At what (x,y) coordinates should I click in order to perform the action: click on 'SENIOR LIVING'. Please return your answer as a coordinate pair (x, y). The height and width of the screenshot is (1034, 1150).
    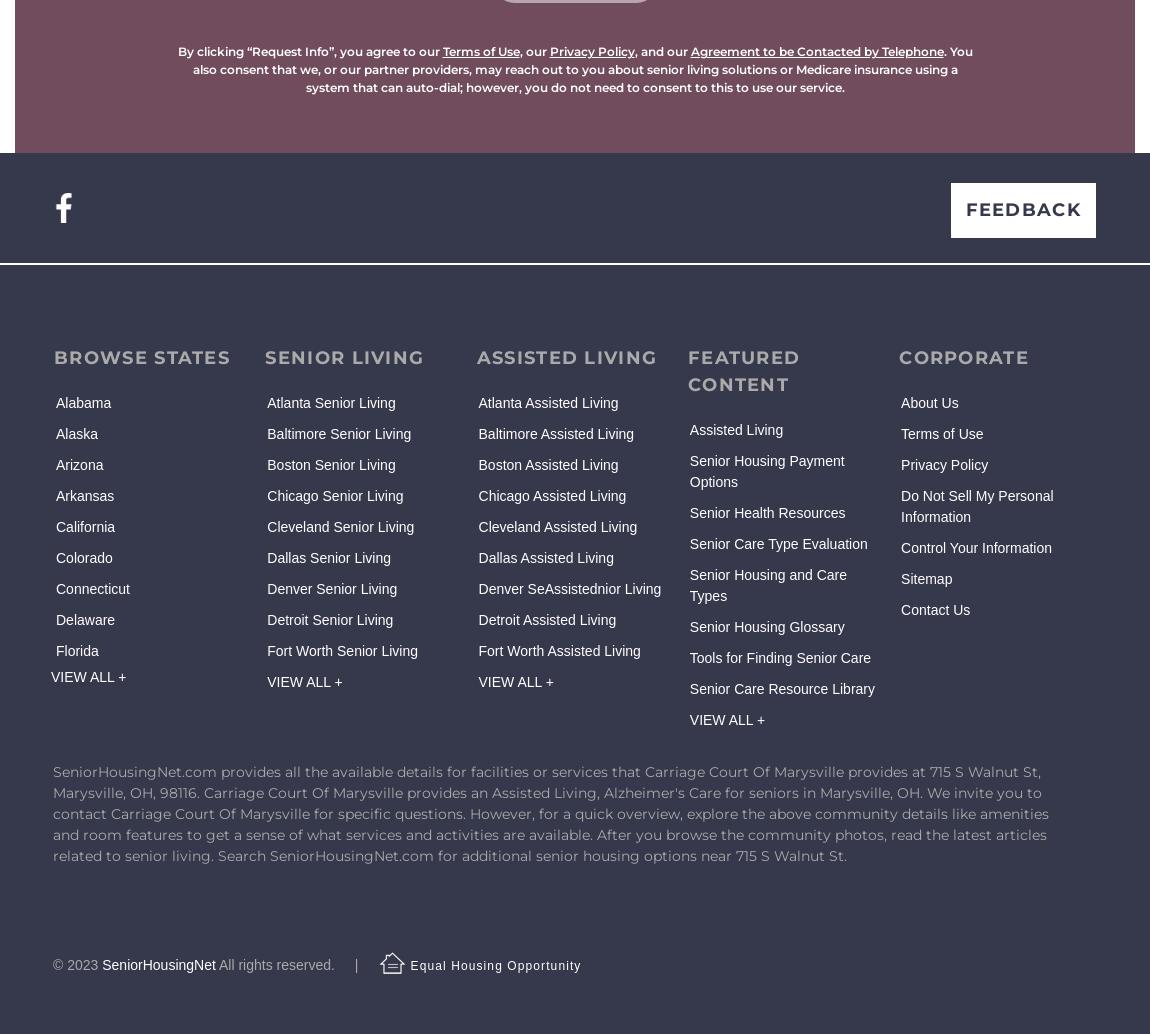
    Looking at the image, I should click on (344, 356).